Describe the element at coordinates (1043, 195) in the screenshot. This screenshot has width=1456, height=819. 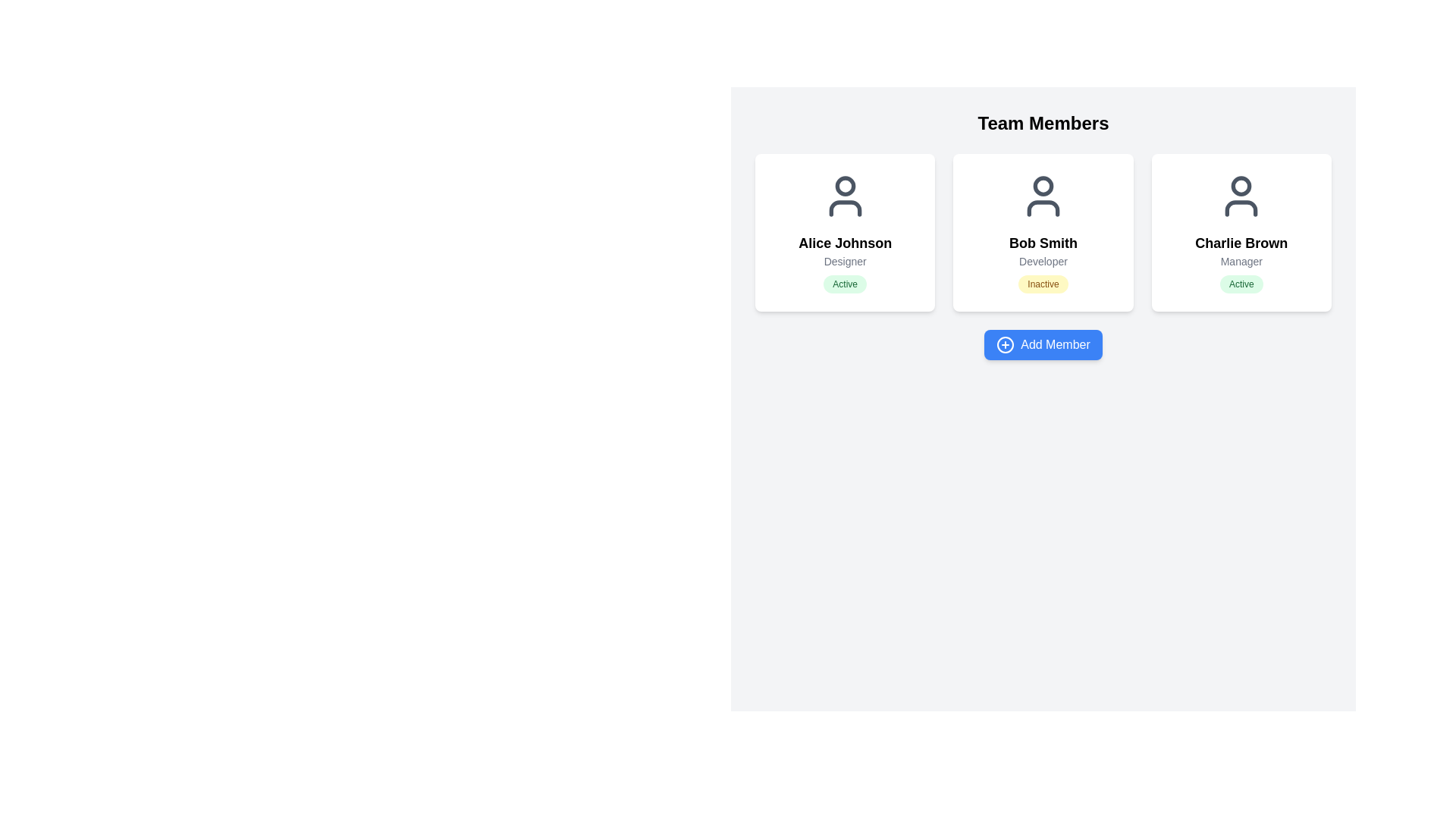
I see `the user silhouette icon located at the top-left of the 'Bob Smith' profile card, which features a minimalist design with a black stroke and white fill` at that location.